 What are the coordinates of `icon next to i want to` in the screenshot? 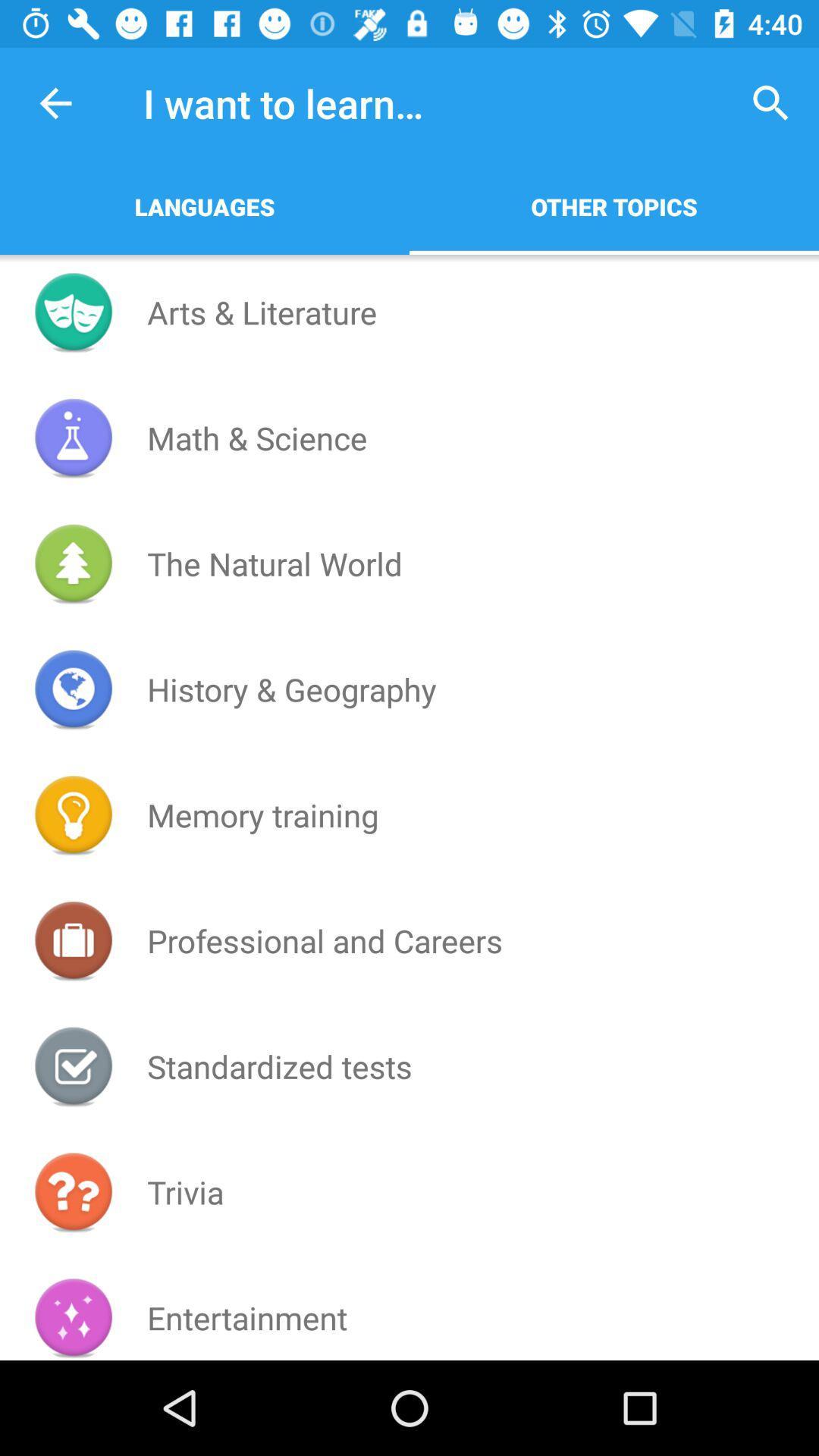 It's located at (771, 102).